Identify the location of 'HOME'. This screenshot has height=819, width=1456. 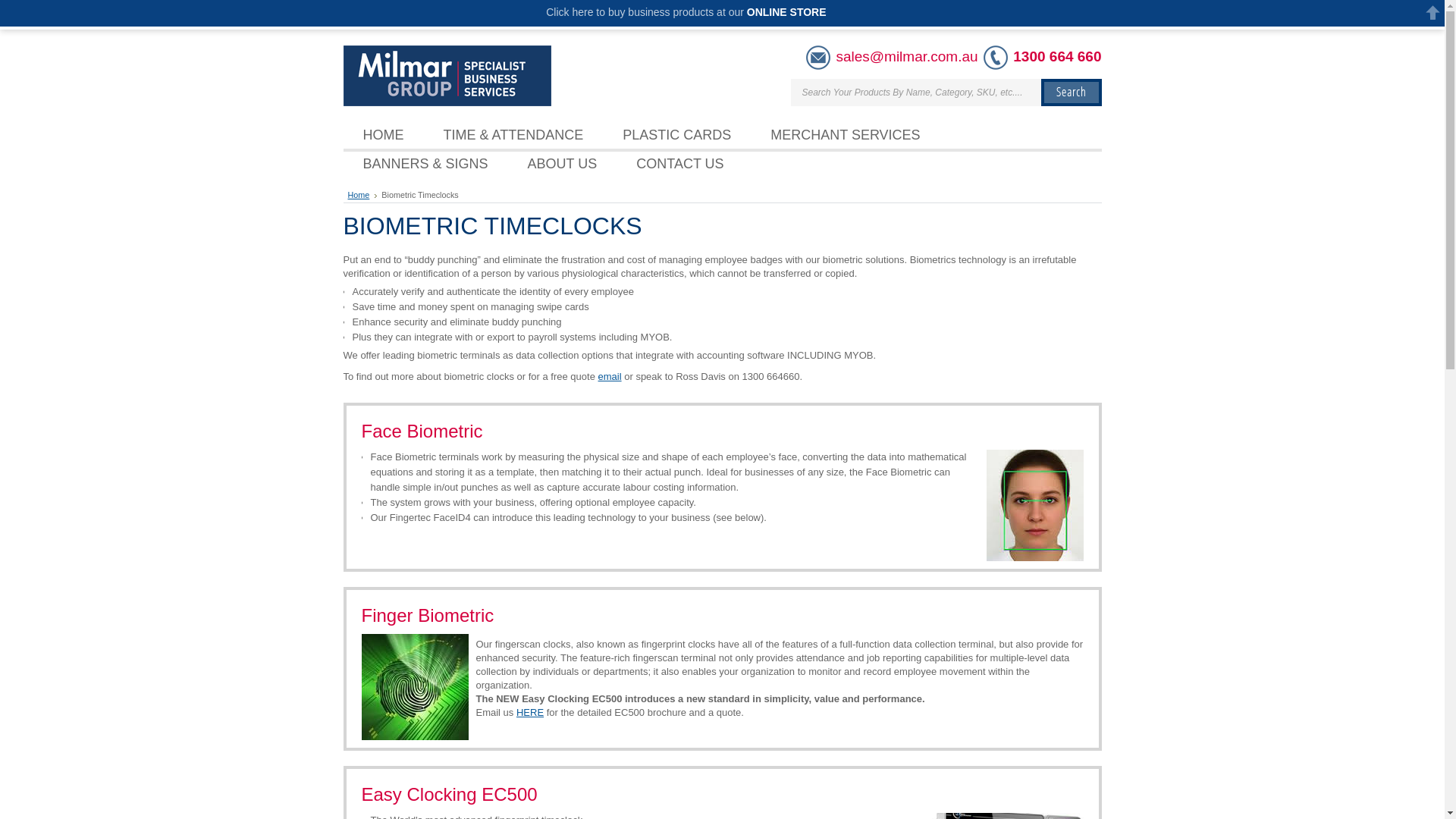
(382, 133).